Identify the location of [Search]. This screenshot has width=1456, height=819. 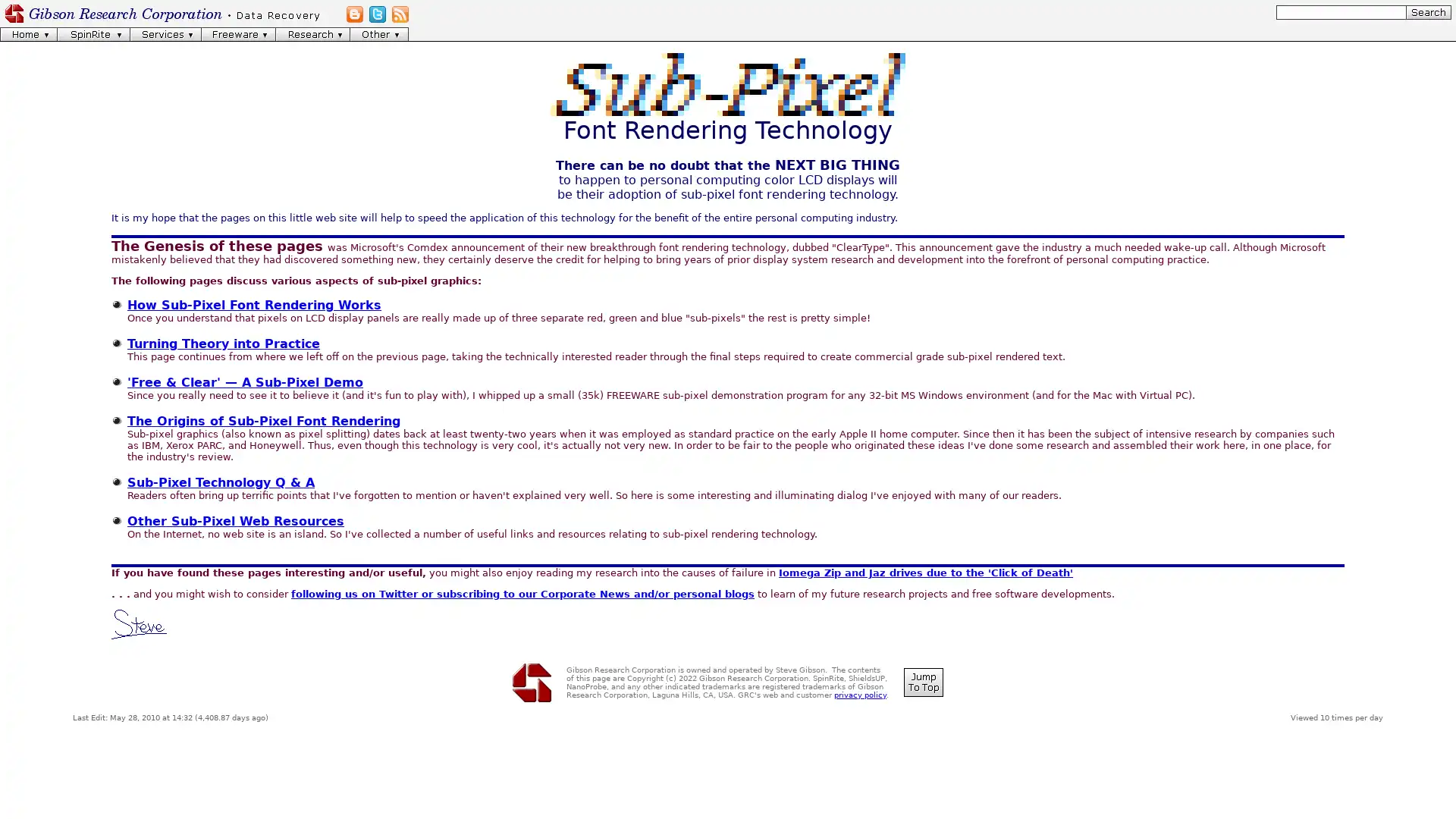
(1427, 12).